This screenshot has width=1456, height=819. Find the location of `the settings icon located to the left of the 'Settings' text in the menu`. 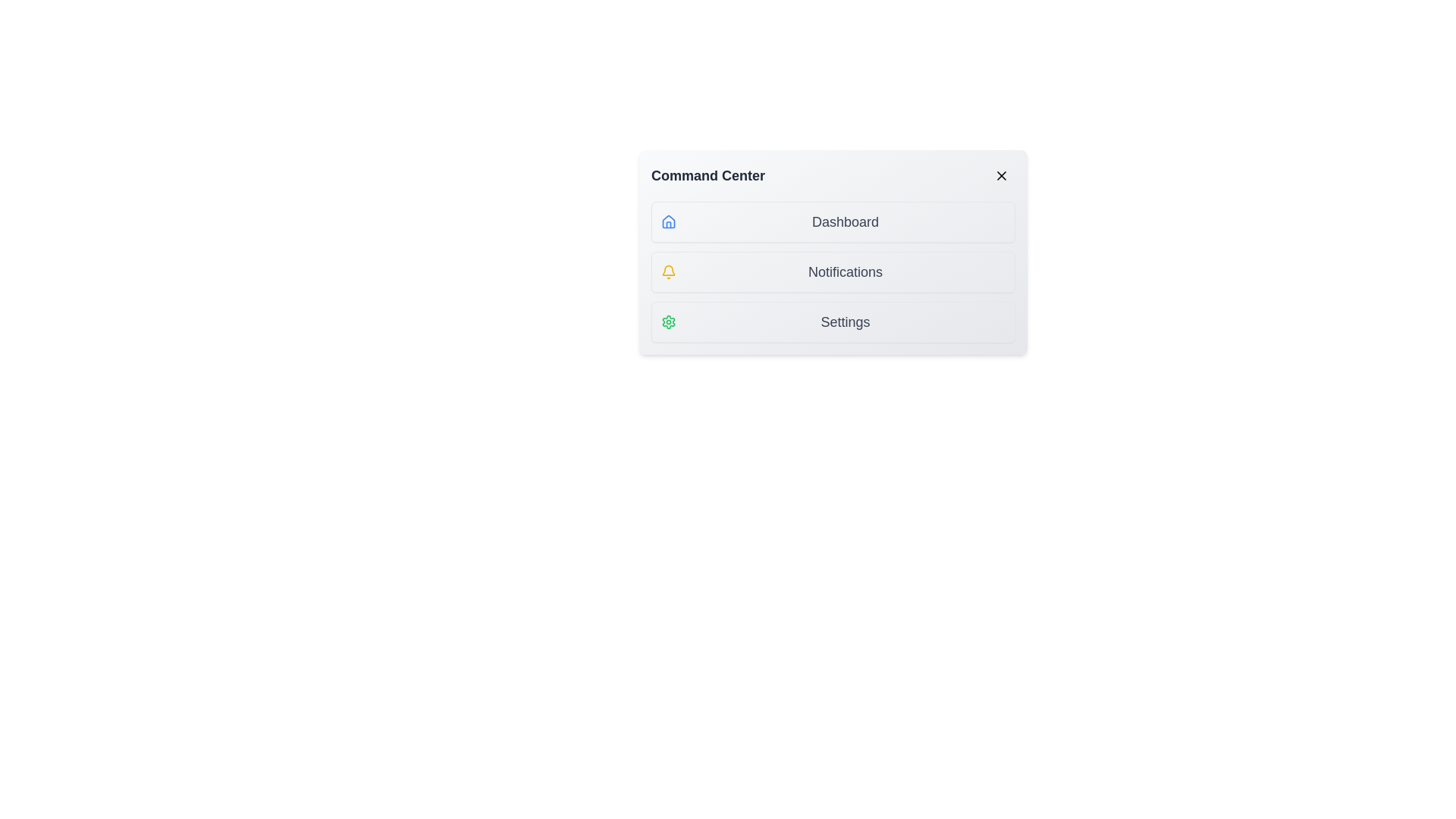

the settings icon located to the left of the 'Settings' text in the menu is located at coordinates (668, 321).